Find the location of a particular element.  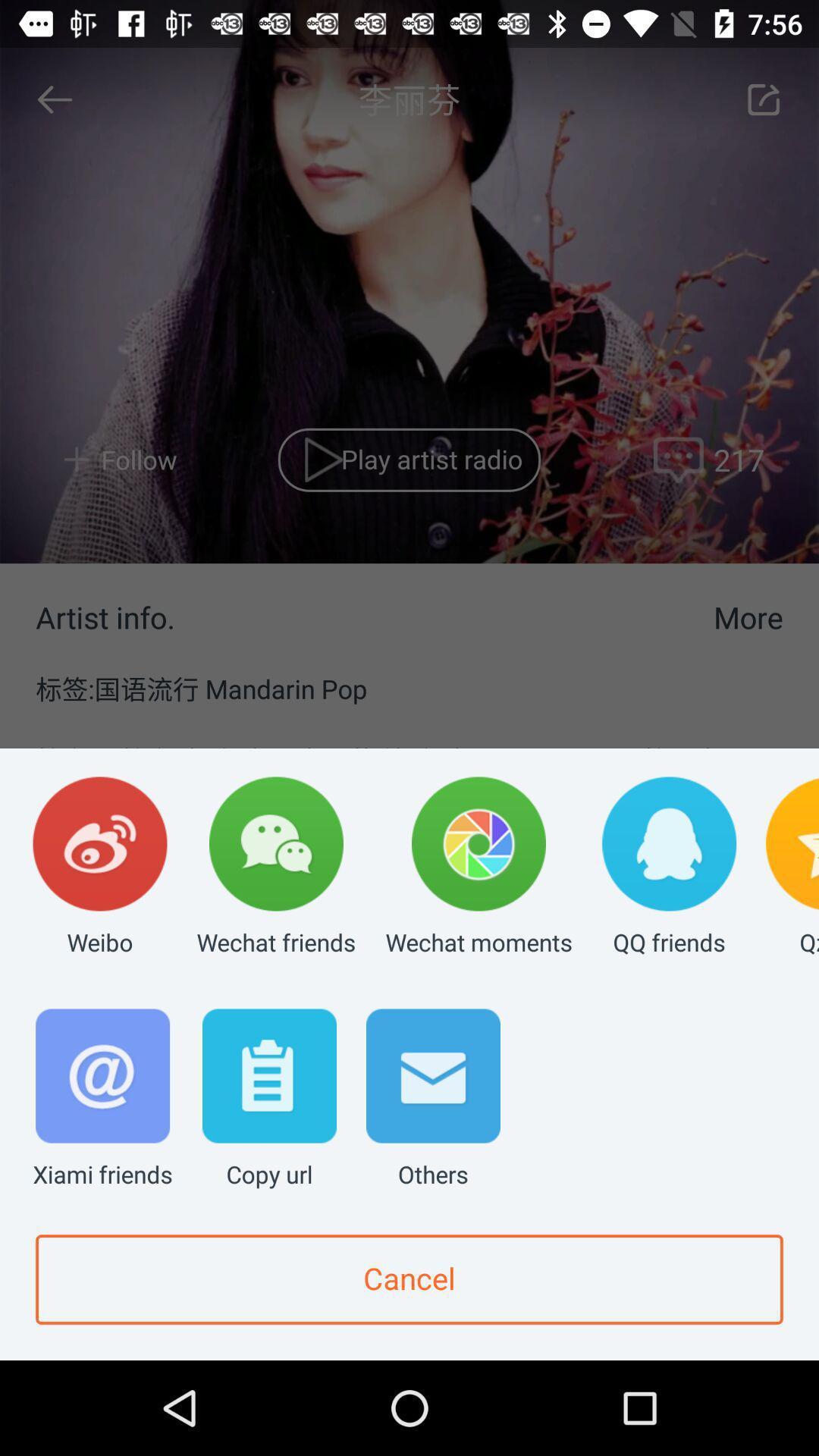

the item next to the qq friends app is located at coordinates (479, 868).